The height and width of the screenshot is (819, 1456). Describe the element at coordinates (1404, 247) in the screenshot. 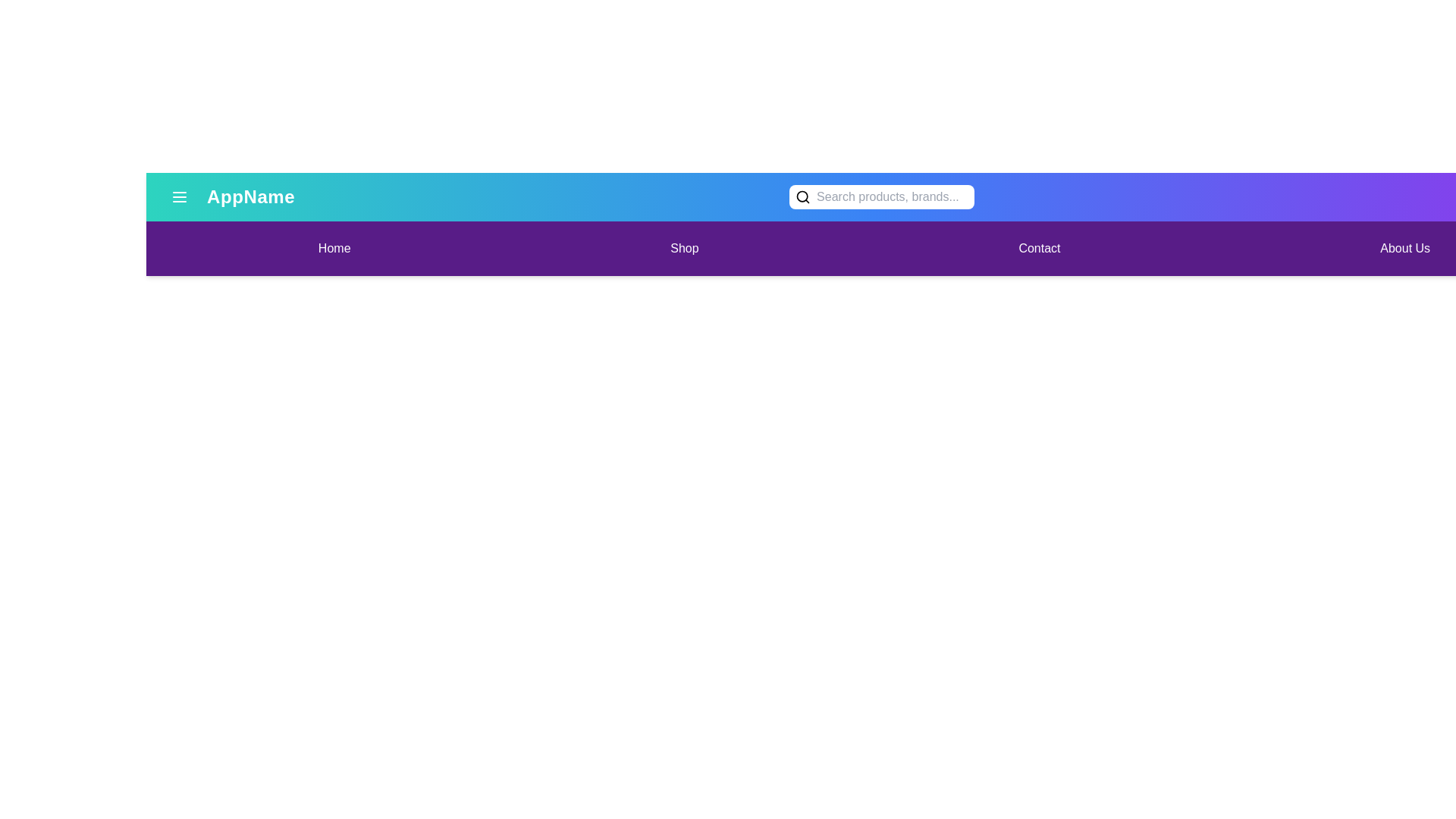

I see `the 'About Us' button, which is a rounded rectangular button with white text on a purple background, located as the last element in the navigation menu` at that location.